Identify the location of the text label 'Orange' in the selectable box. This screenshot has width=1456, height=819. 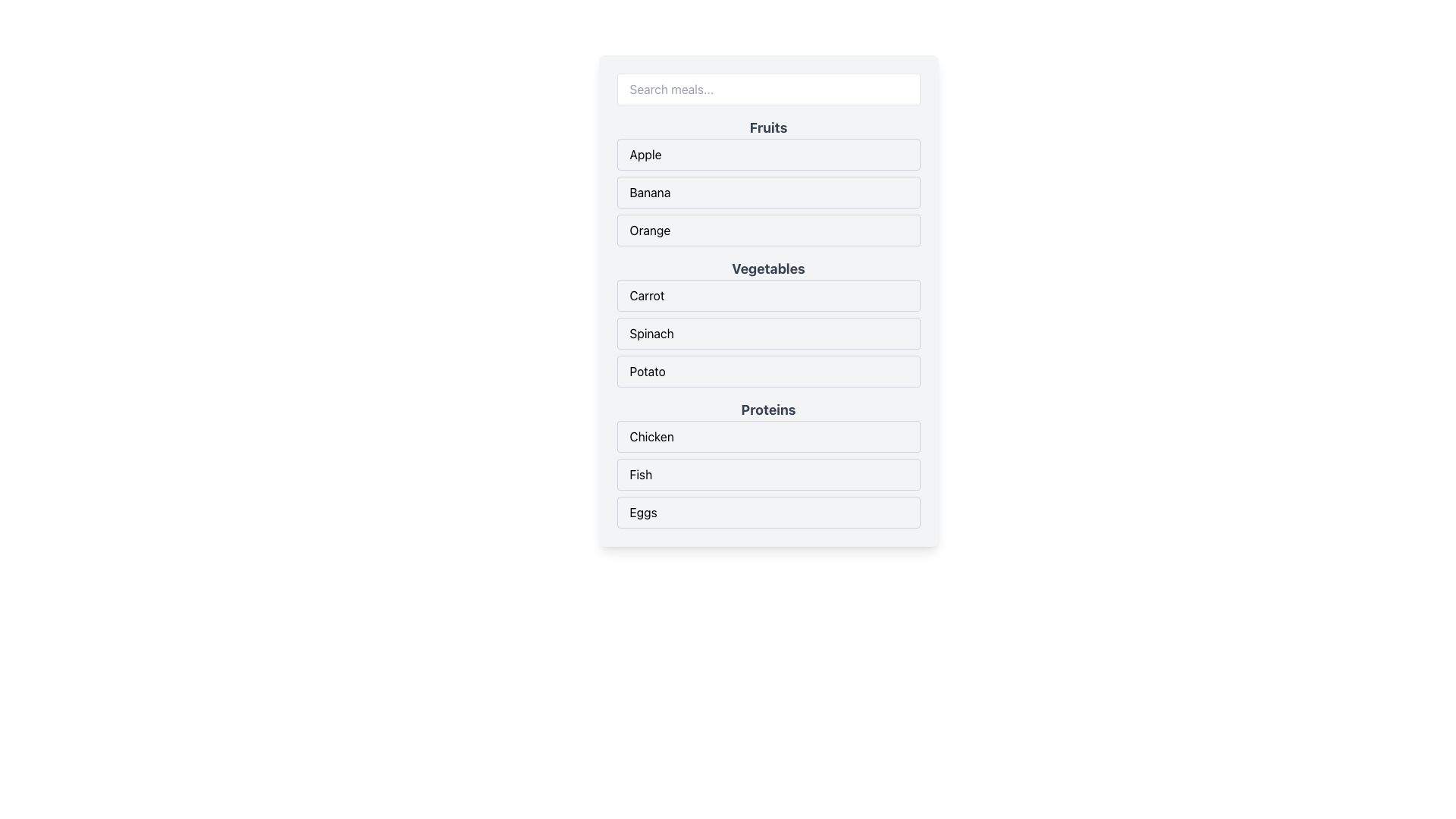
(650, 231).